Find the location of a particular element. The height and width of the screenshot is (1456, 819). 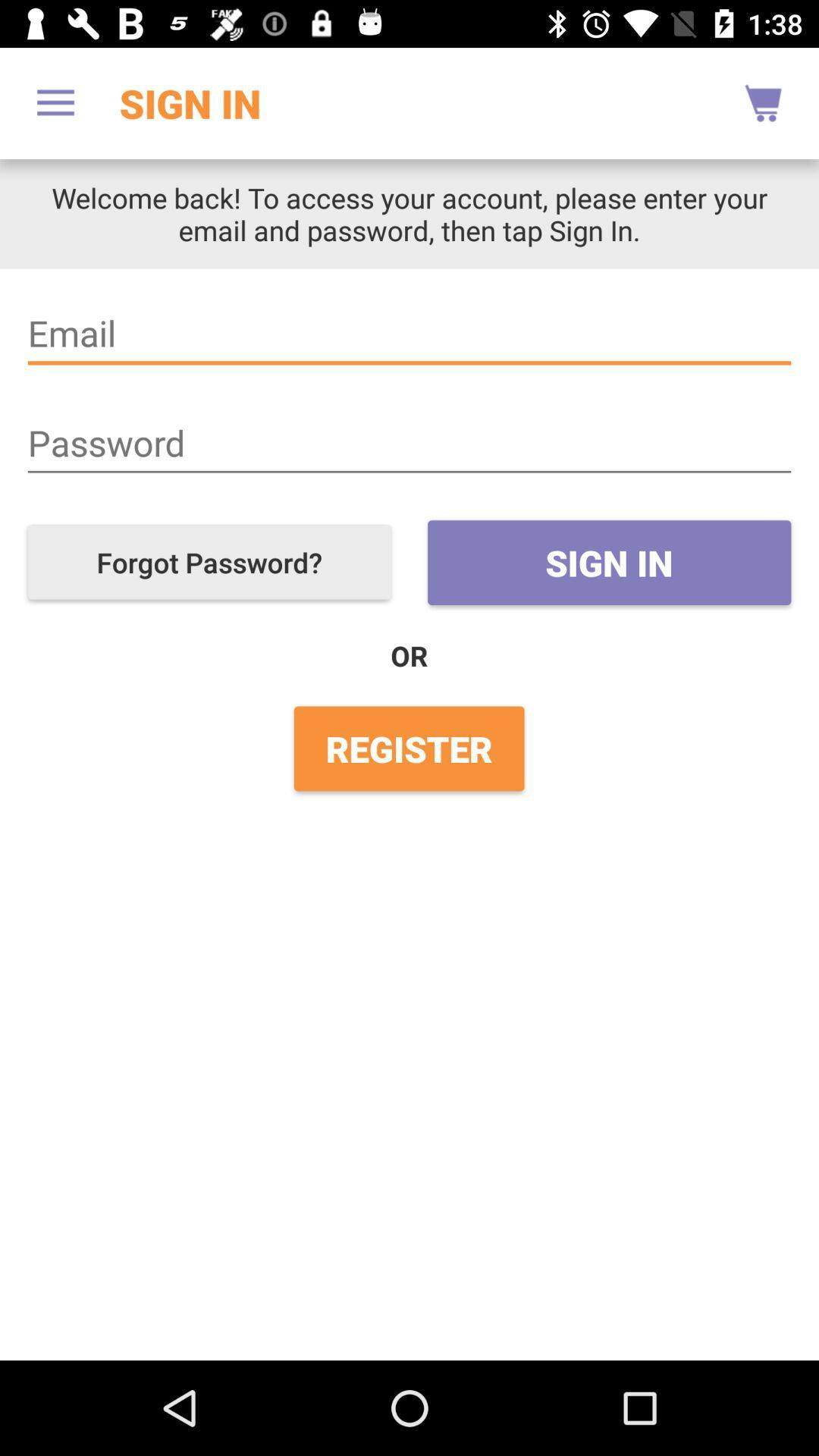

the icon to the left of sign in item is located at coordinates (55, 102).